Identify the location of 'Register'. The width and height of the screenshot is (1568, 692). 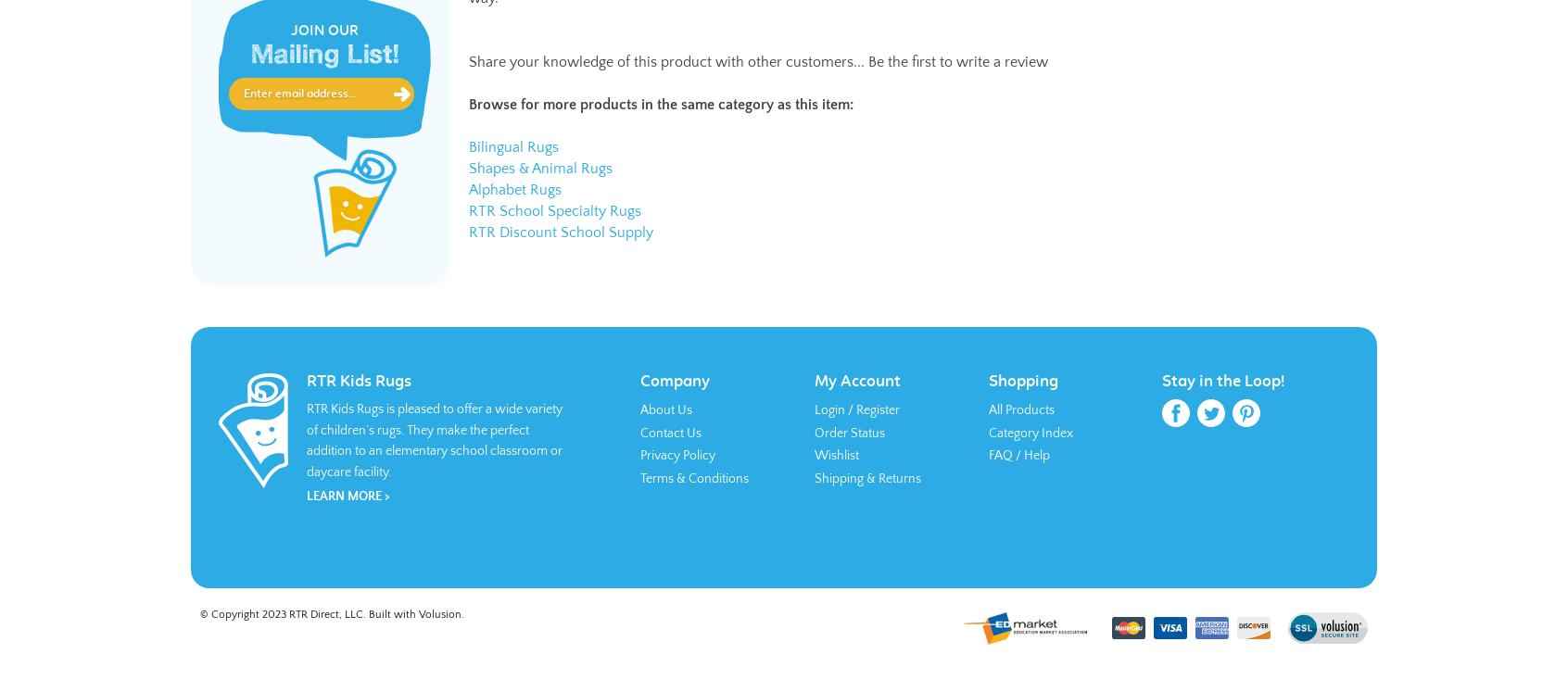
(878, 409).